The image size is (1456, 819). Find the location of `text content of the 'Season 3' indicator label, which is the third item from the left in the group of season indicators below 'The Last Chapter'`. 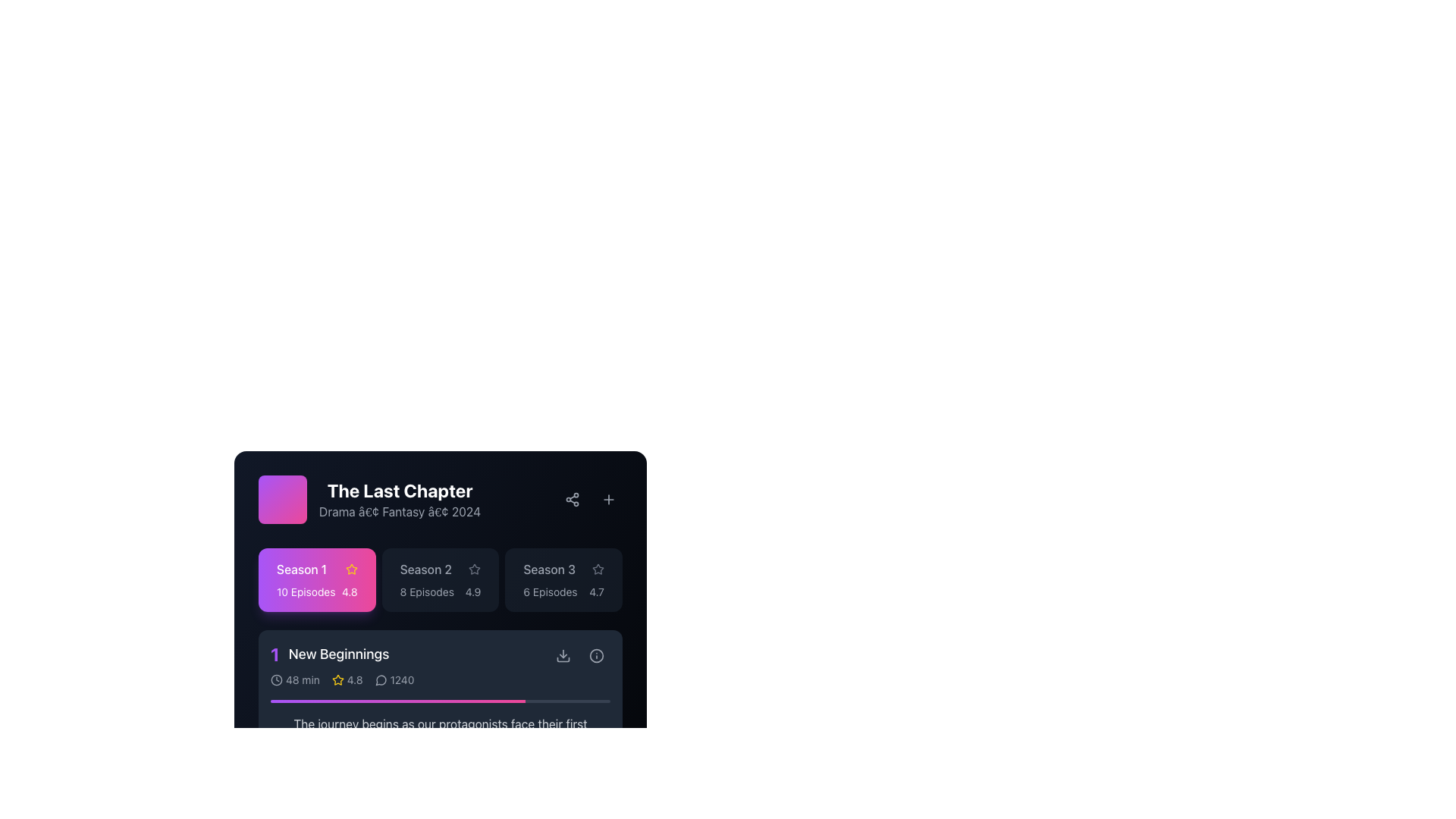

text content of the 'Season 3' indicator label, which is the third item from the left in the group of season indicators below 'The Last Chapter' is located at coordinates (548, 570).